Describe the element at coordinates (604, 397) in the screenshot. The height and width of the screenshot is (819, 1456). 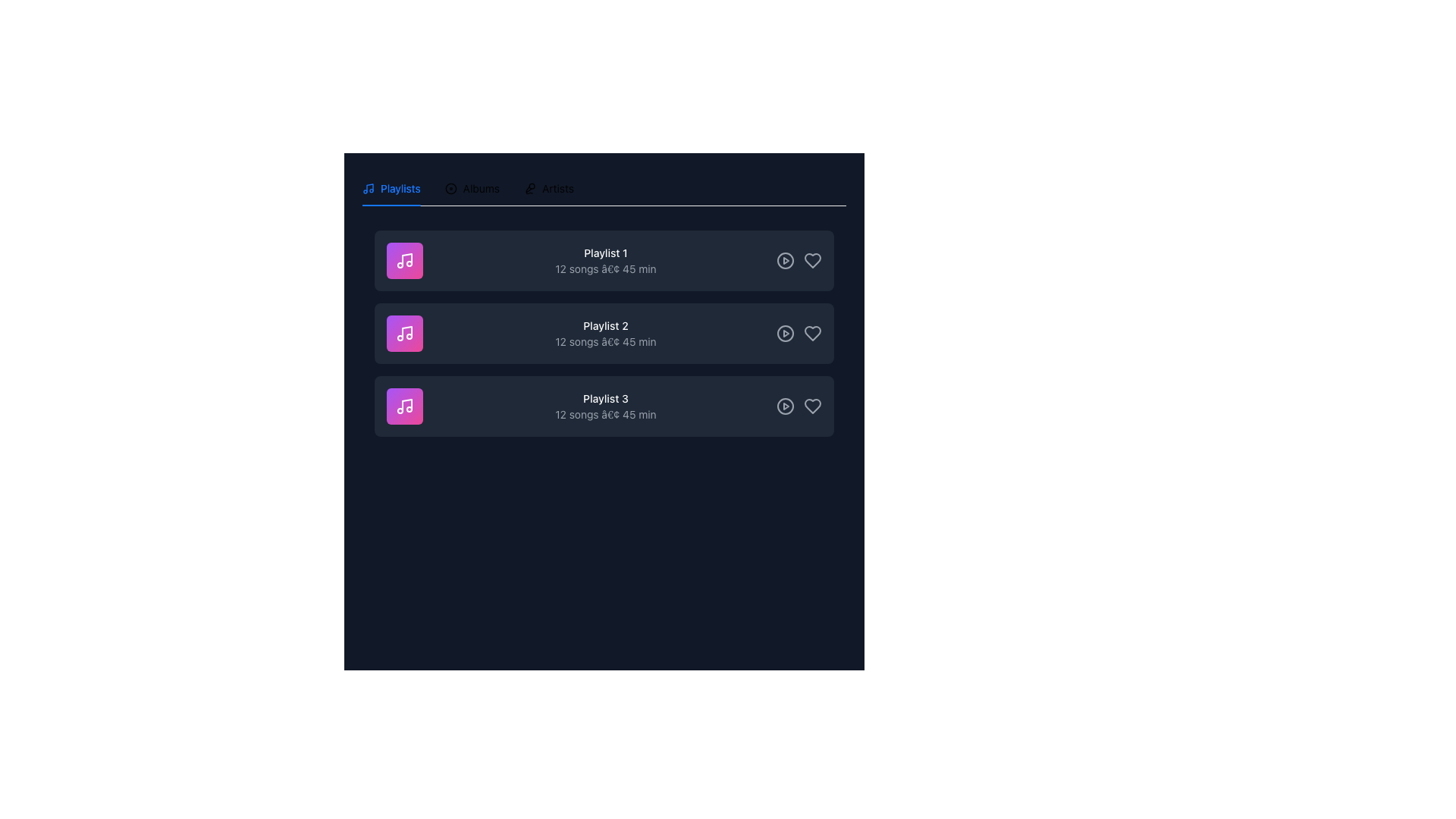
I see `the text label that serves as the title of the playlist, located in the third row of the playlist list, aligned to the left and below 'Playlist 1' and 'Playlist 2'` at that location.